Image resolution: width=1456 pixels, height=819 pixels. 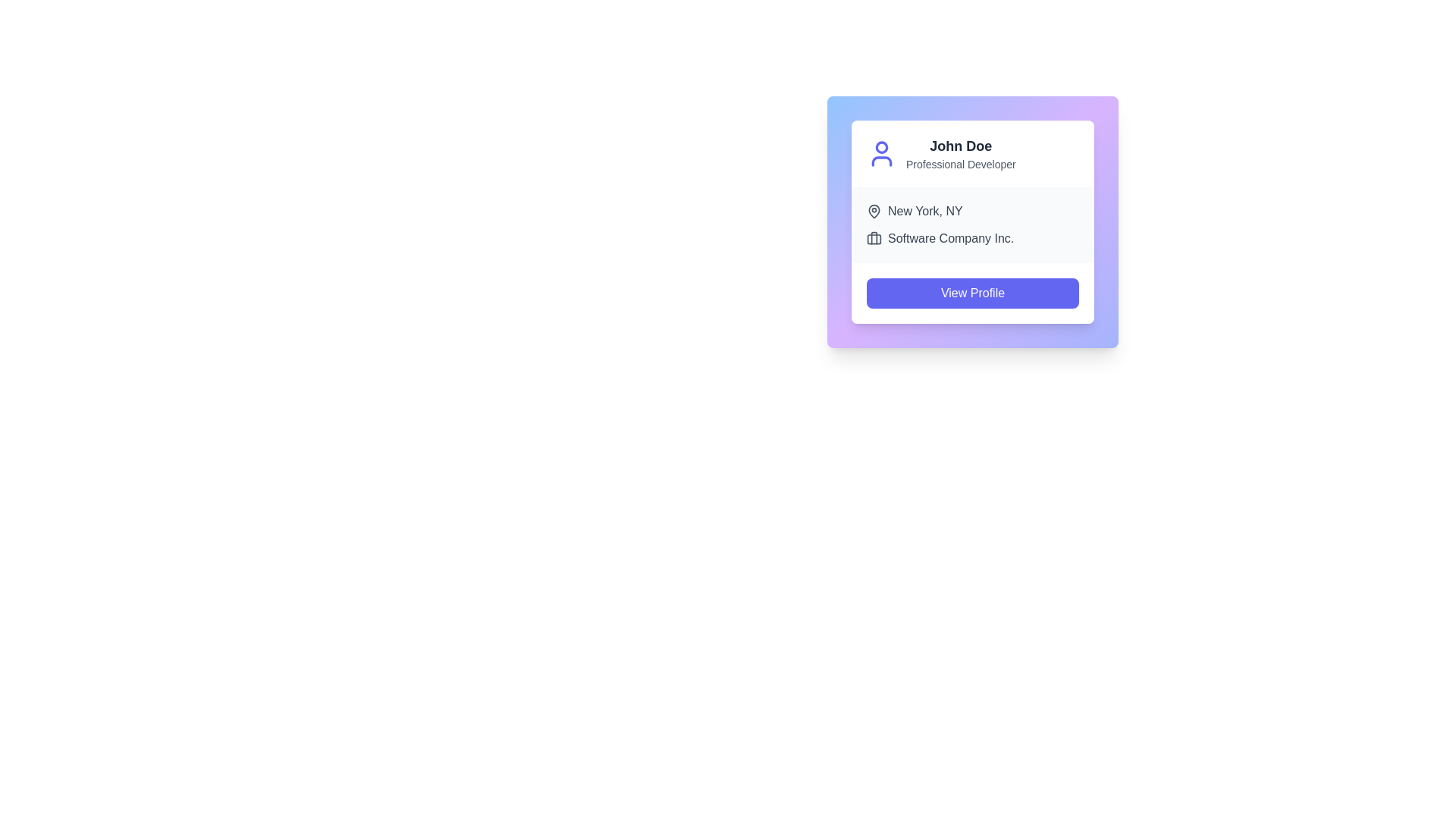 What do you see at coordinates (960, 164) in the screenshot?
I see `the text label indicating the professional title 'Professional Developer' located beneath the name 'John Doe' in the profile card component` at bounding box center [960, 164].